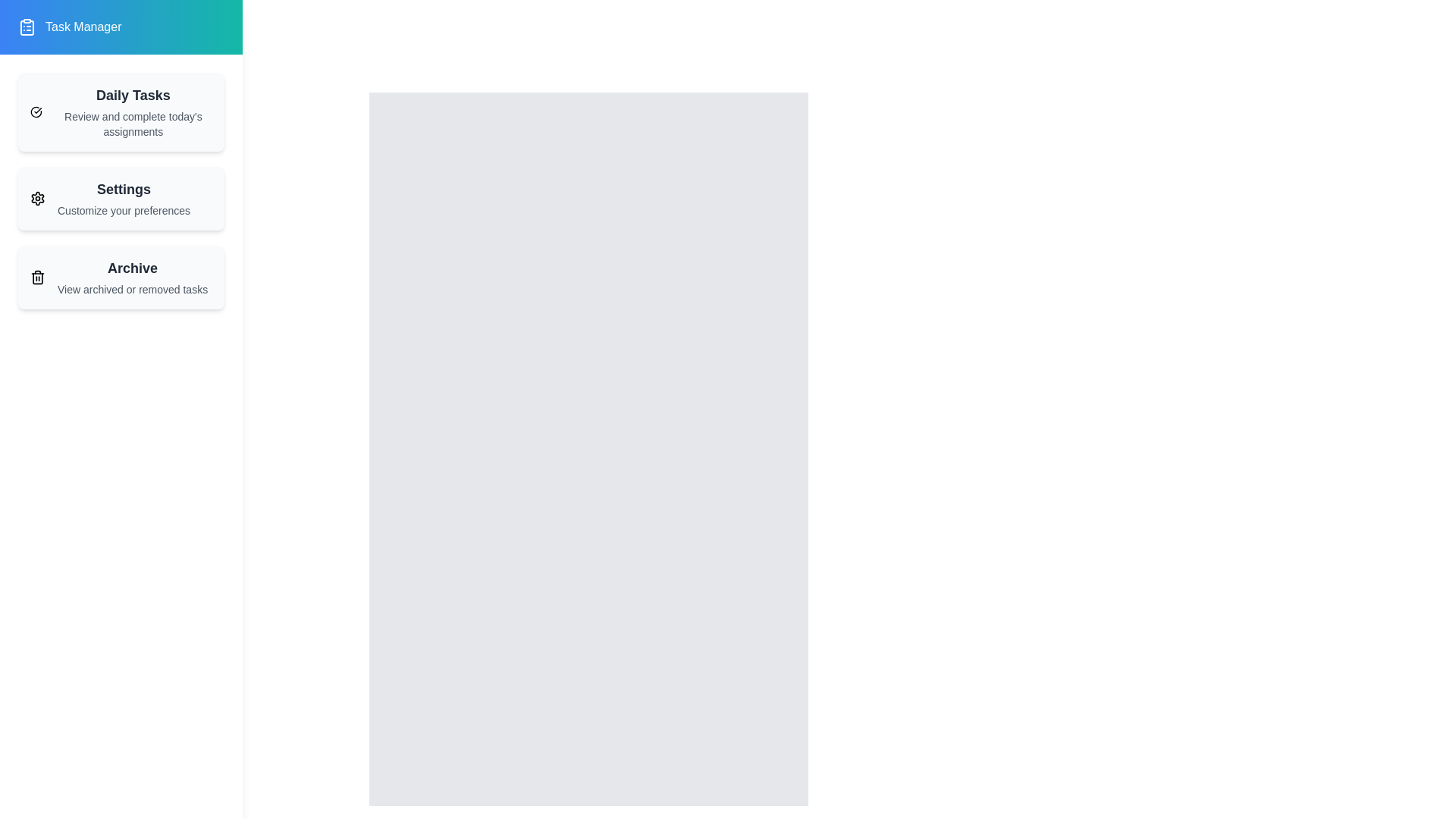  Describe the element at coordinates (120, 198) in the screenshot. I see `the 'Settings' item in the TaskManagementDrawer component` at that location.